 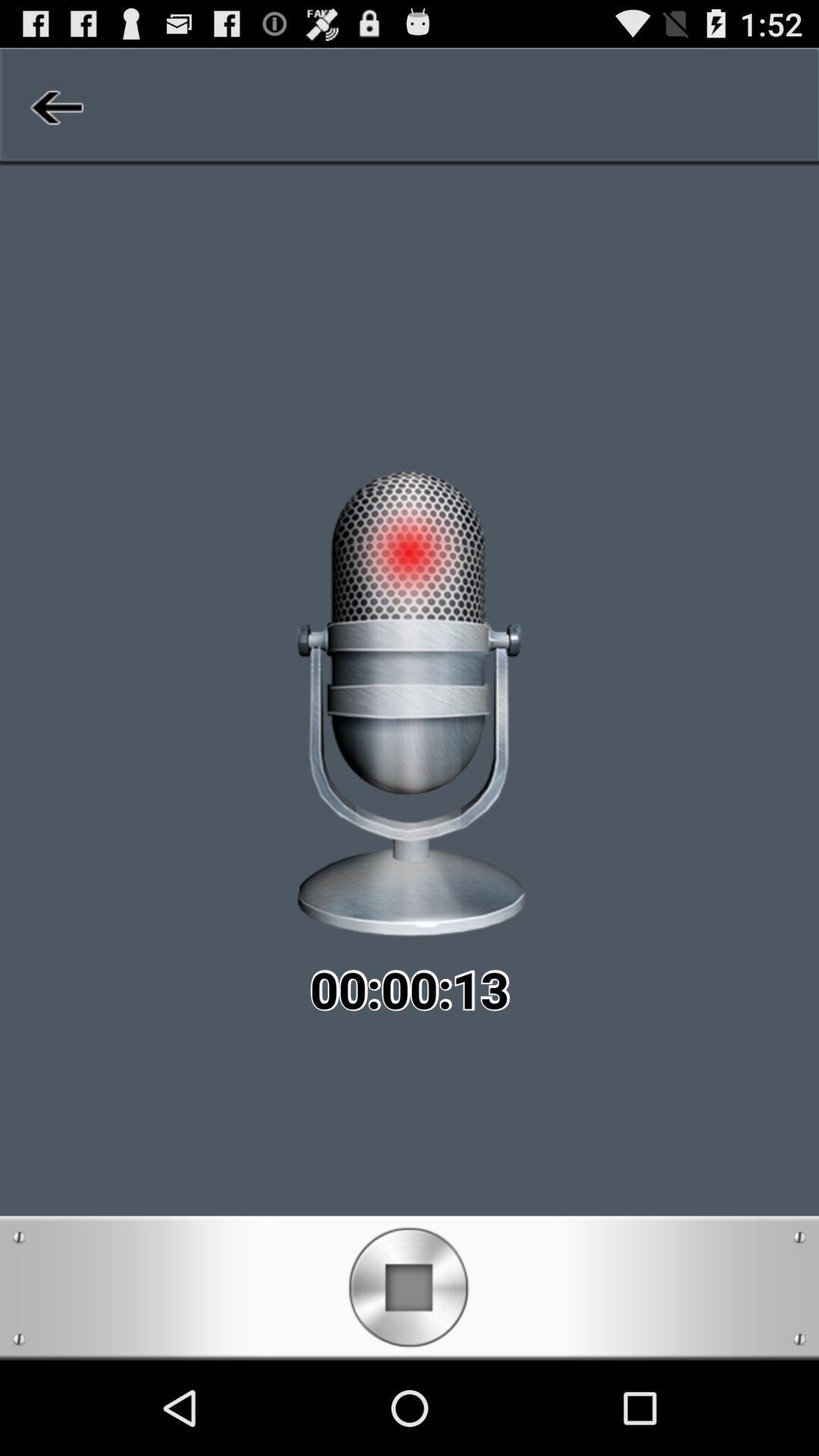 I want to click on stop function, so click(x=408, y=1287).